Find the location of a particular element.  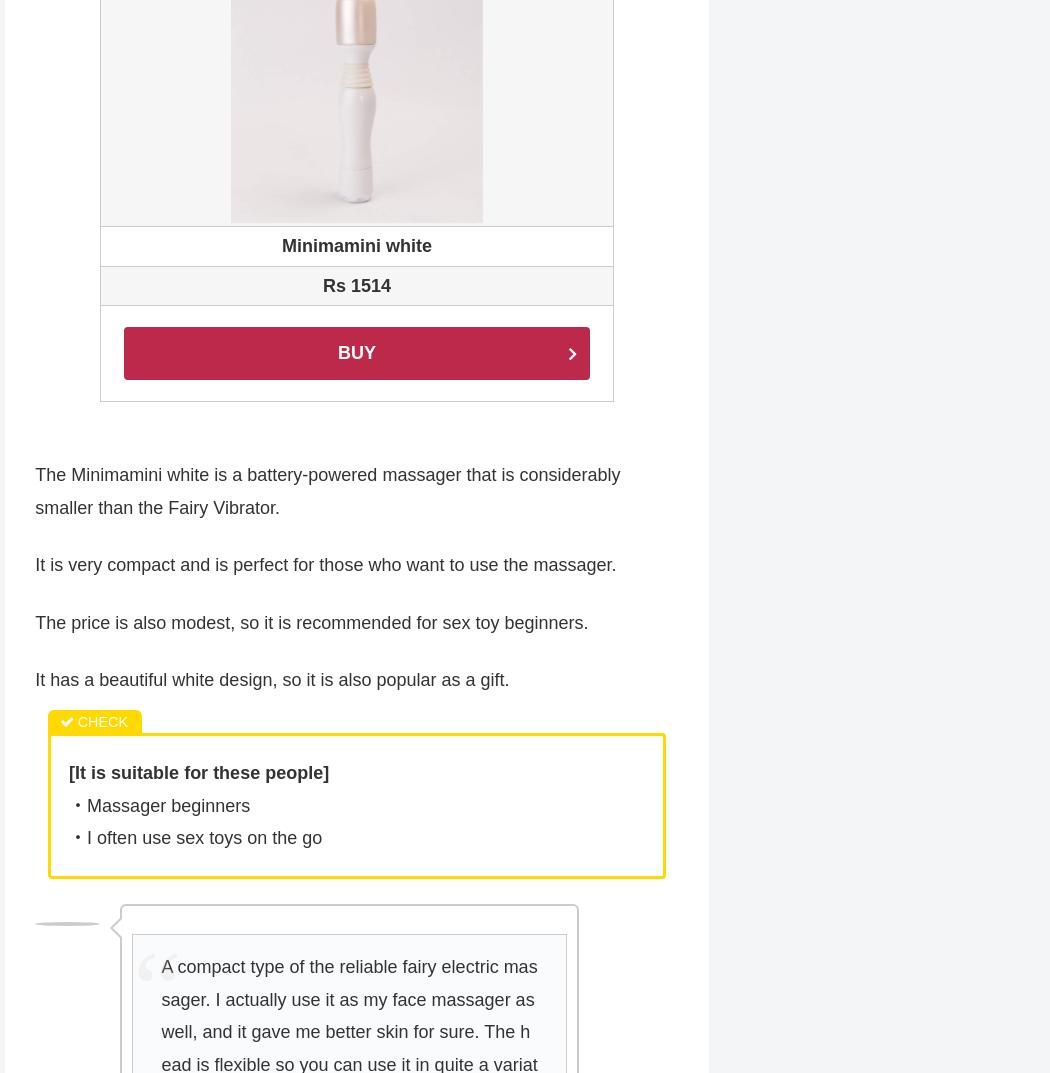

'It is very compact and is perfect for those who want to use the massager.' is located at coordinates (325, 566).